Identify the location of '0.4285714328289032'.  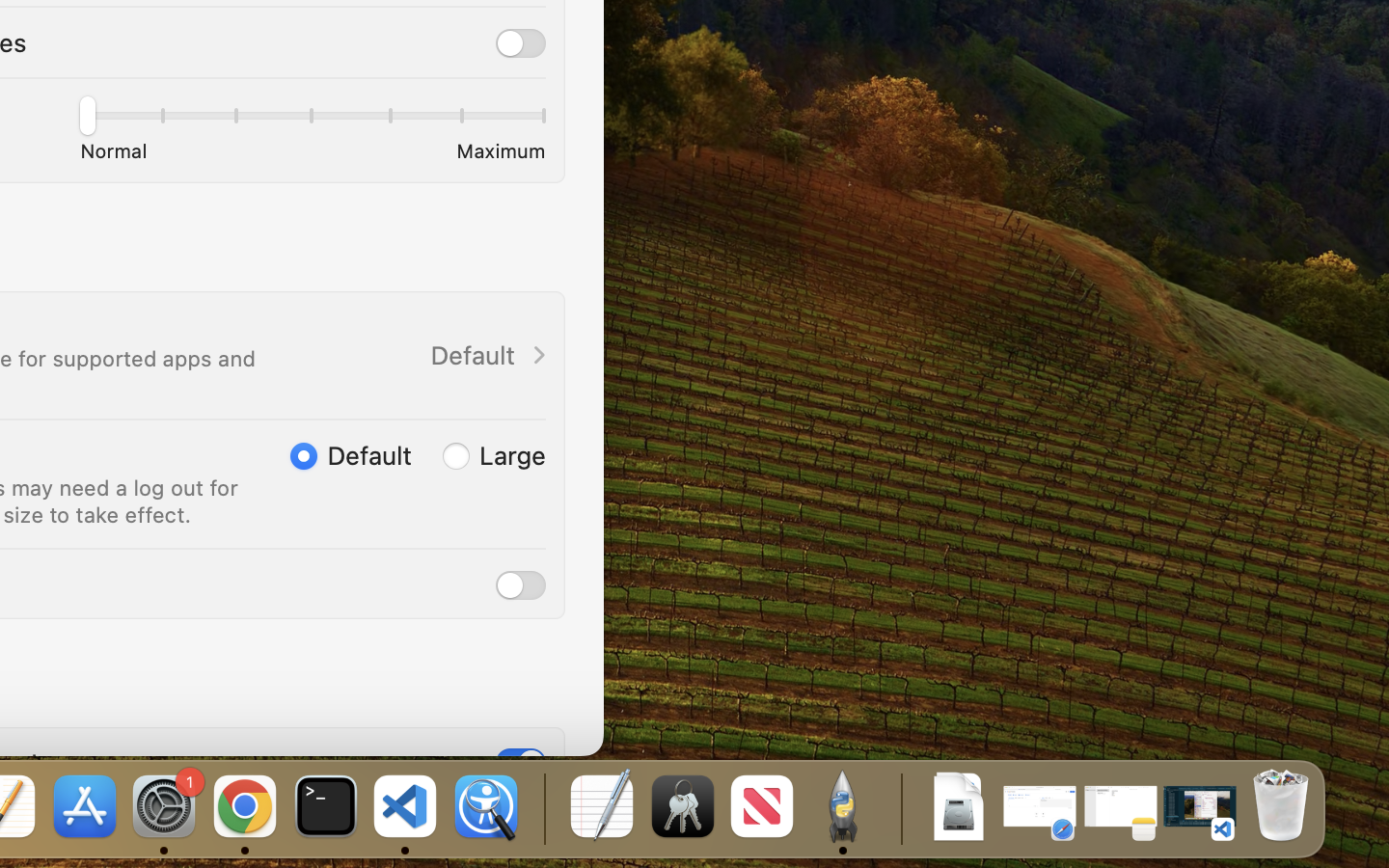
(542, 807).